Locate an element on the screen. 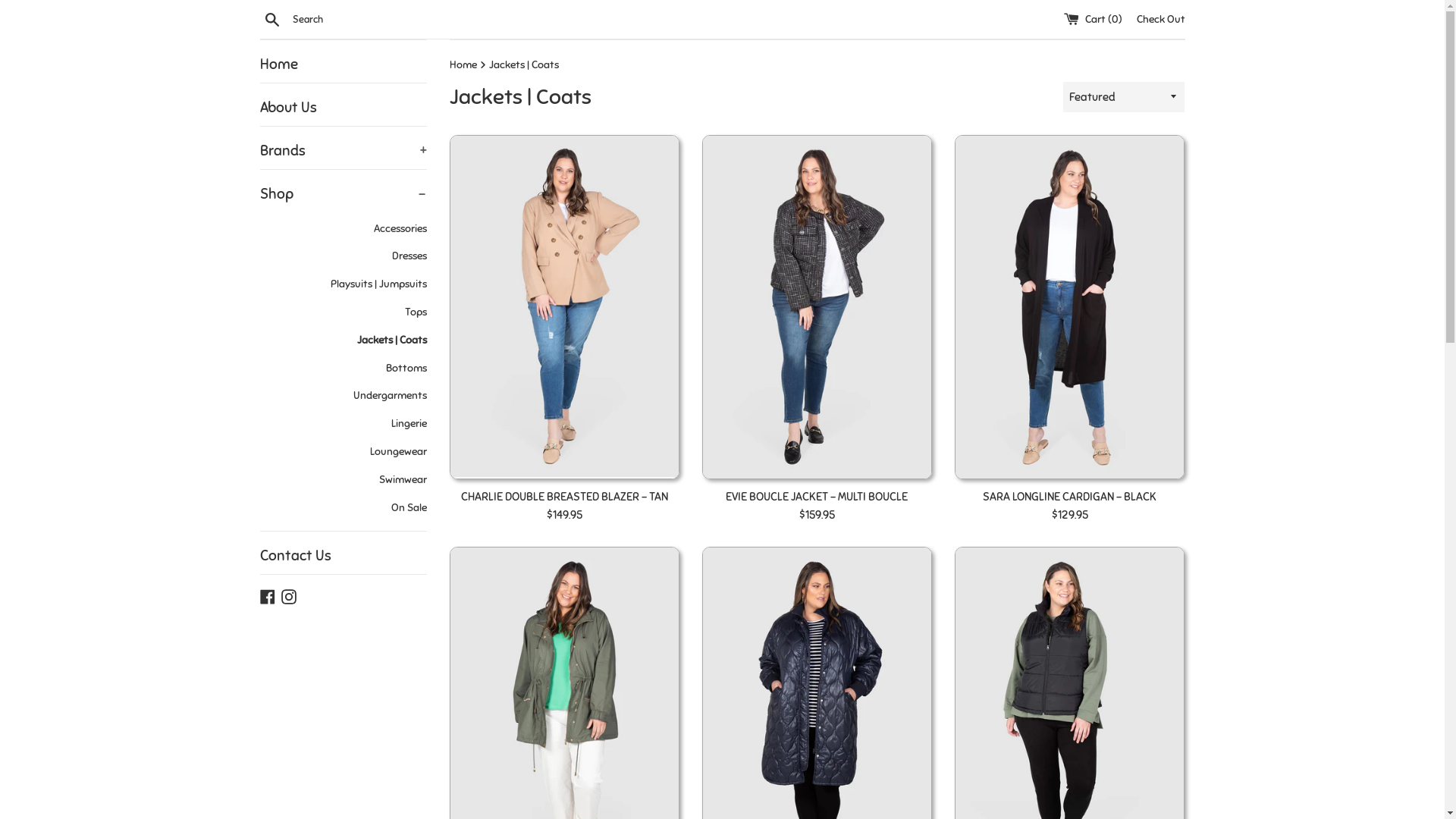 This screenshot has width=1456, height=819. 'Accessories' is located at coordinates (259, 229).